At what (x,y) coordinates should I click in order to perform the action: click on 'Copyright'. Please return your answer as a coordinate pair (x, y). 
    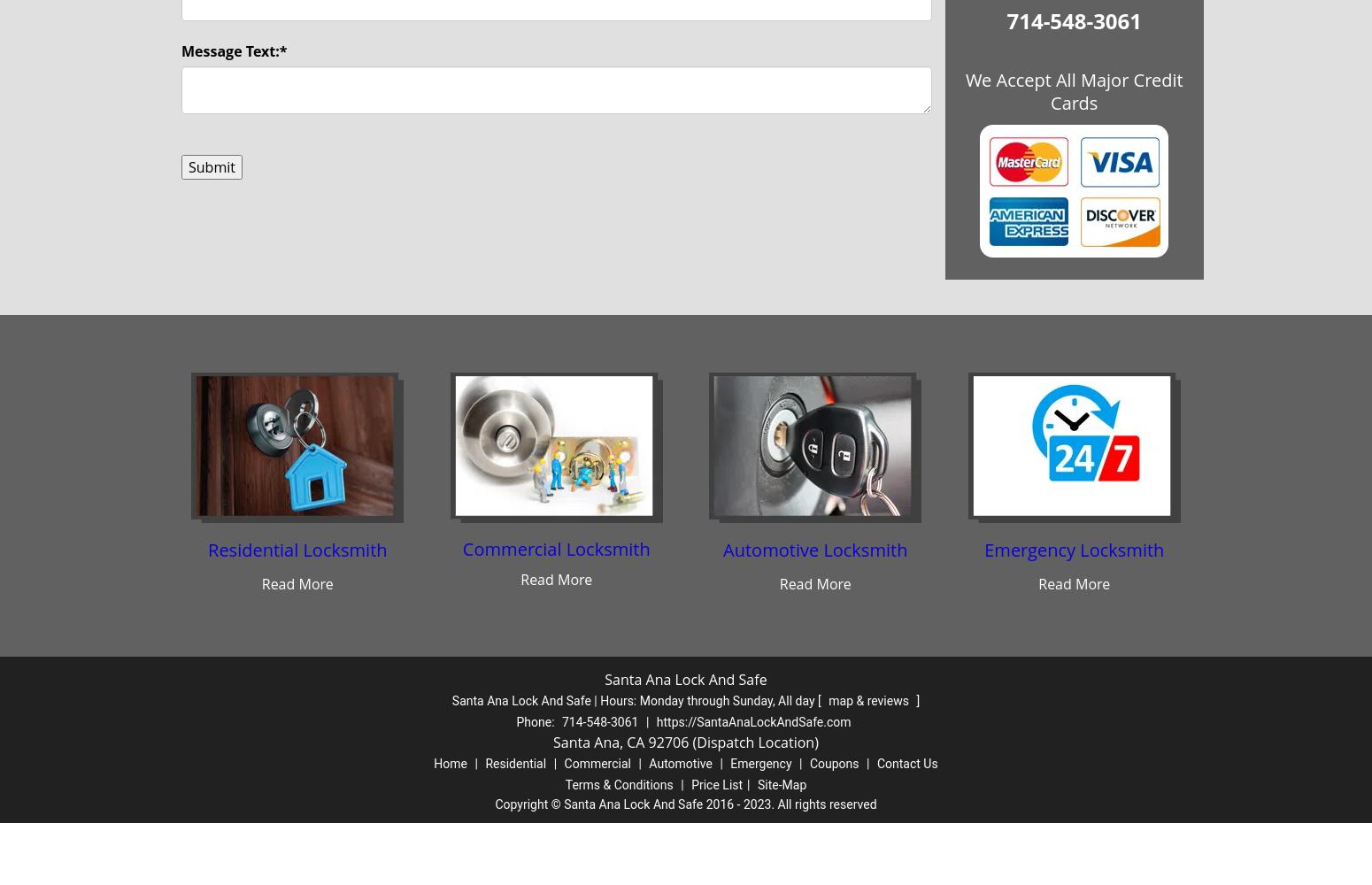
    Looking at the image, I should click on (522, 804).